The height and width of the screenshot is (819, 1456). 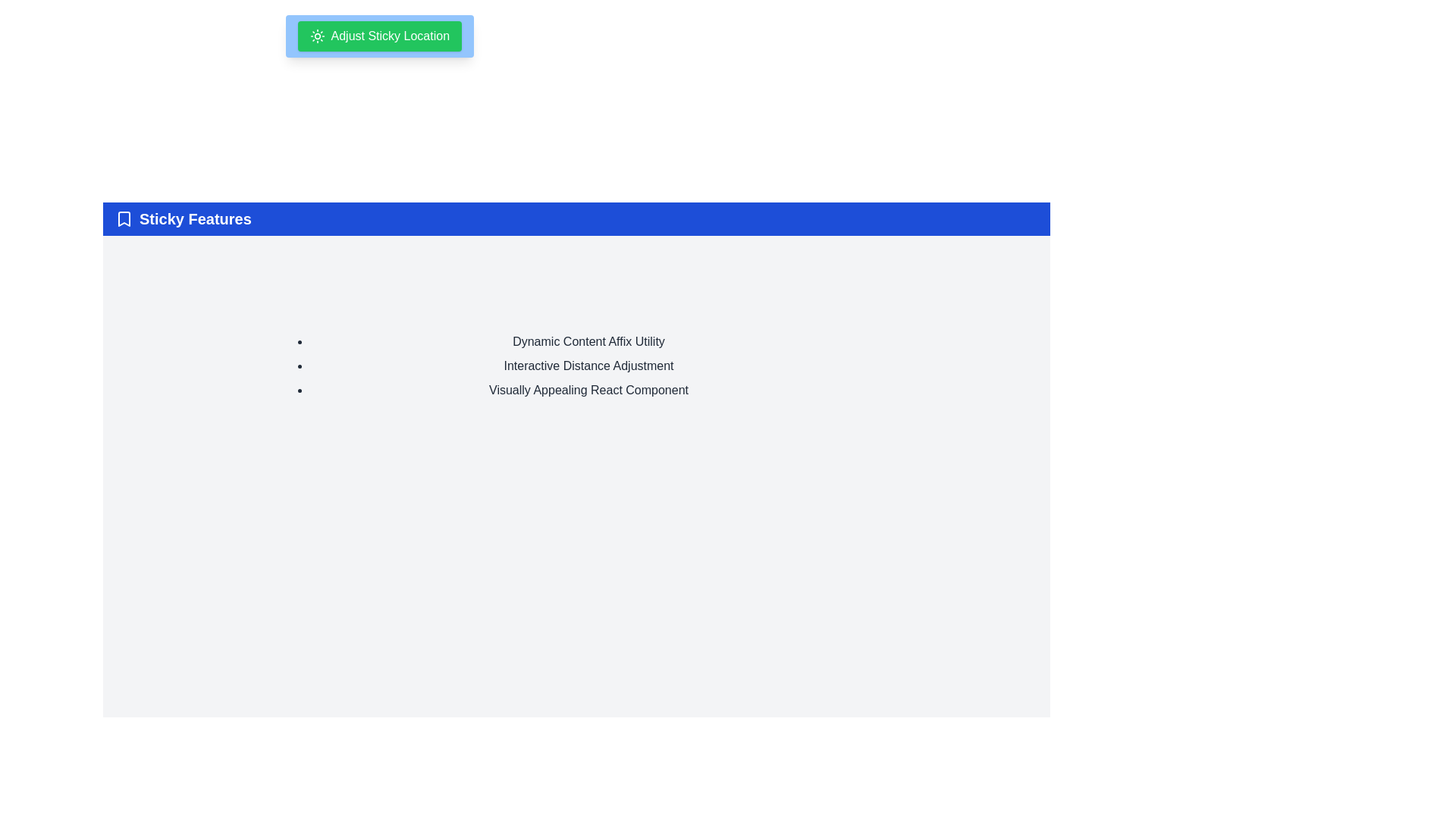 I want to click on the interactive button that adjusts the location of sticky elements on the page, which is located near the top center of the interface above the 'Sticky Features' section, so click(x=379, y=35).